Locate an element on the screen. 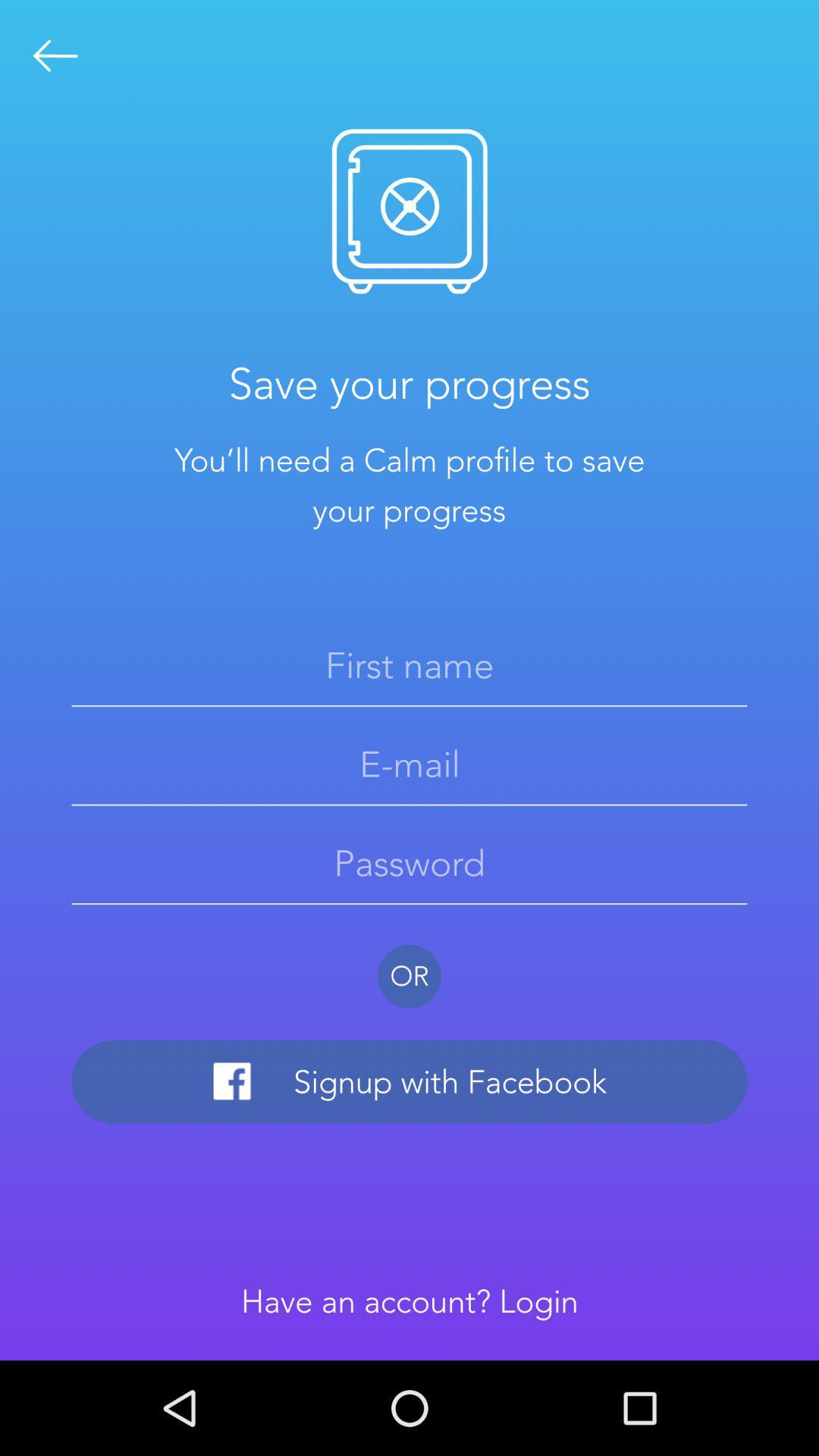  the have an account icon is located at coordinates (409, 1301).